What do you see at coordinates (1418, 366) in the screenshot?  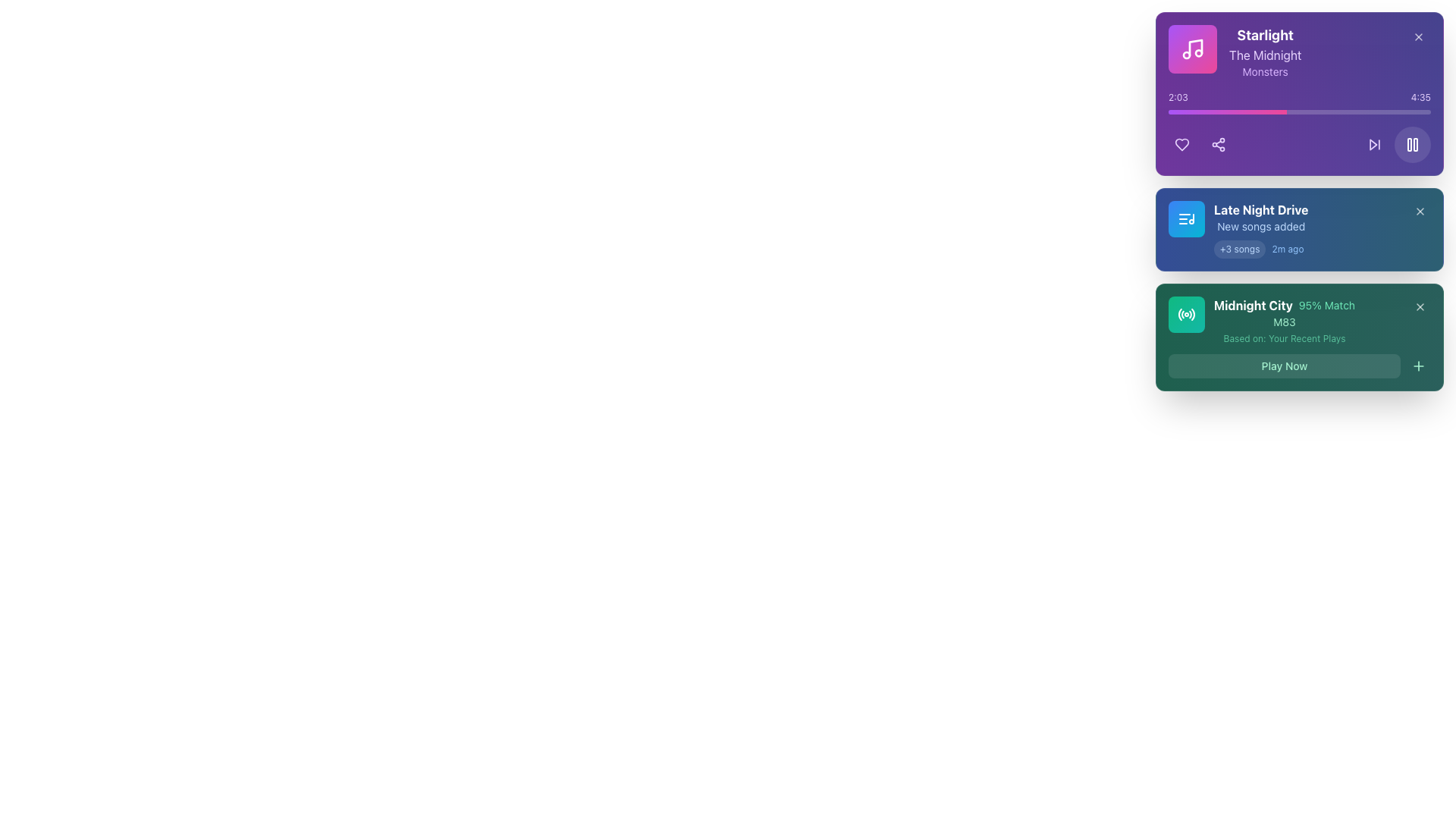 I see `the 'add' button located in the bottom-right corner of the green card, which is the third item in the vertically stacked list of cards` at bounding box center [1418, 366].